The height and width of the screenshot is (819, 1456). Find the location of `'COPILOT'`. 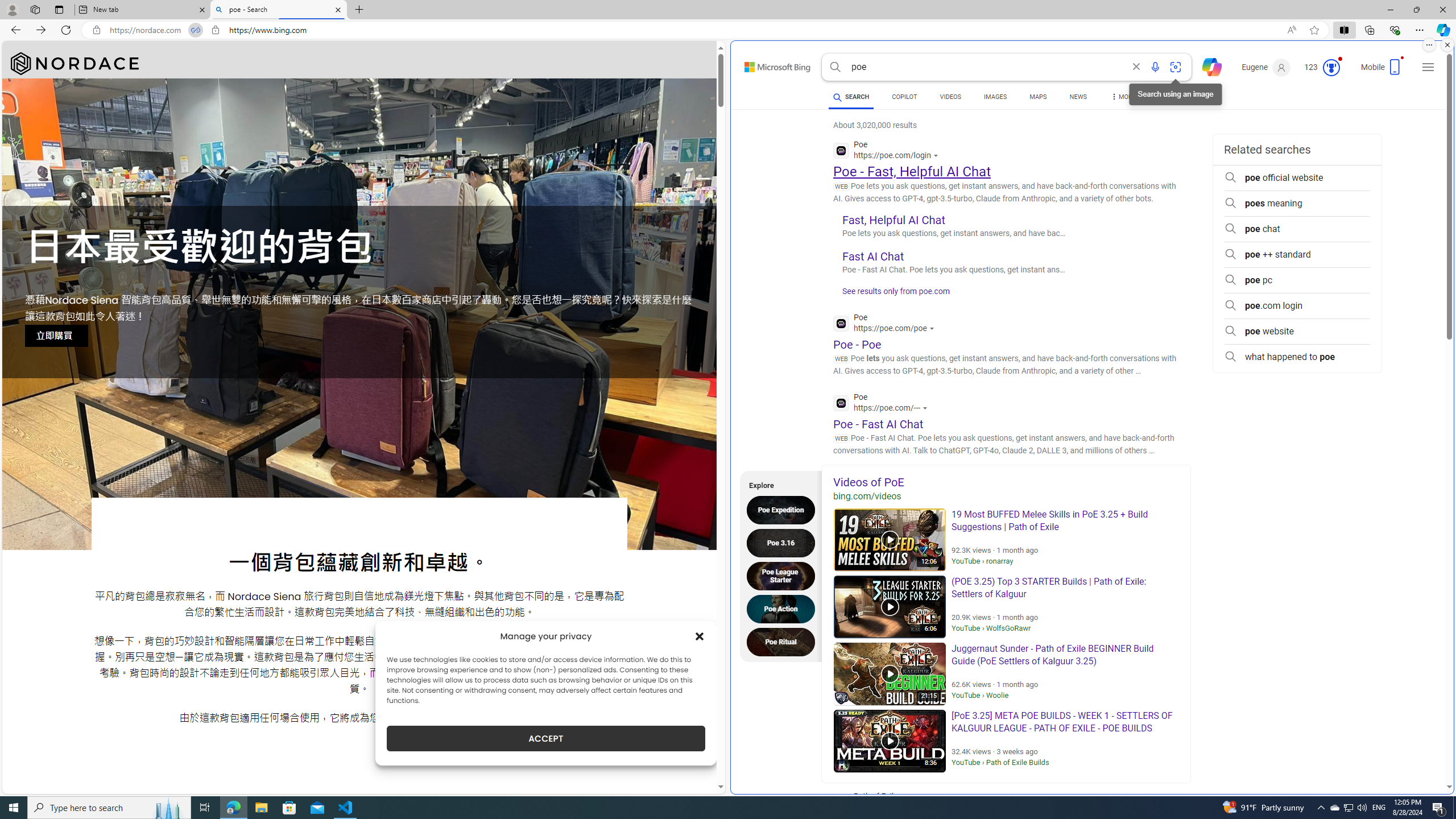

'COPILOT' is located at coordinates (904, 98).